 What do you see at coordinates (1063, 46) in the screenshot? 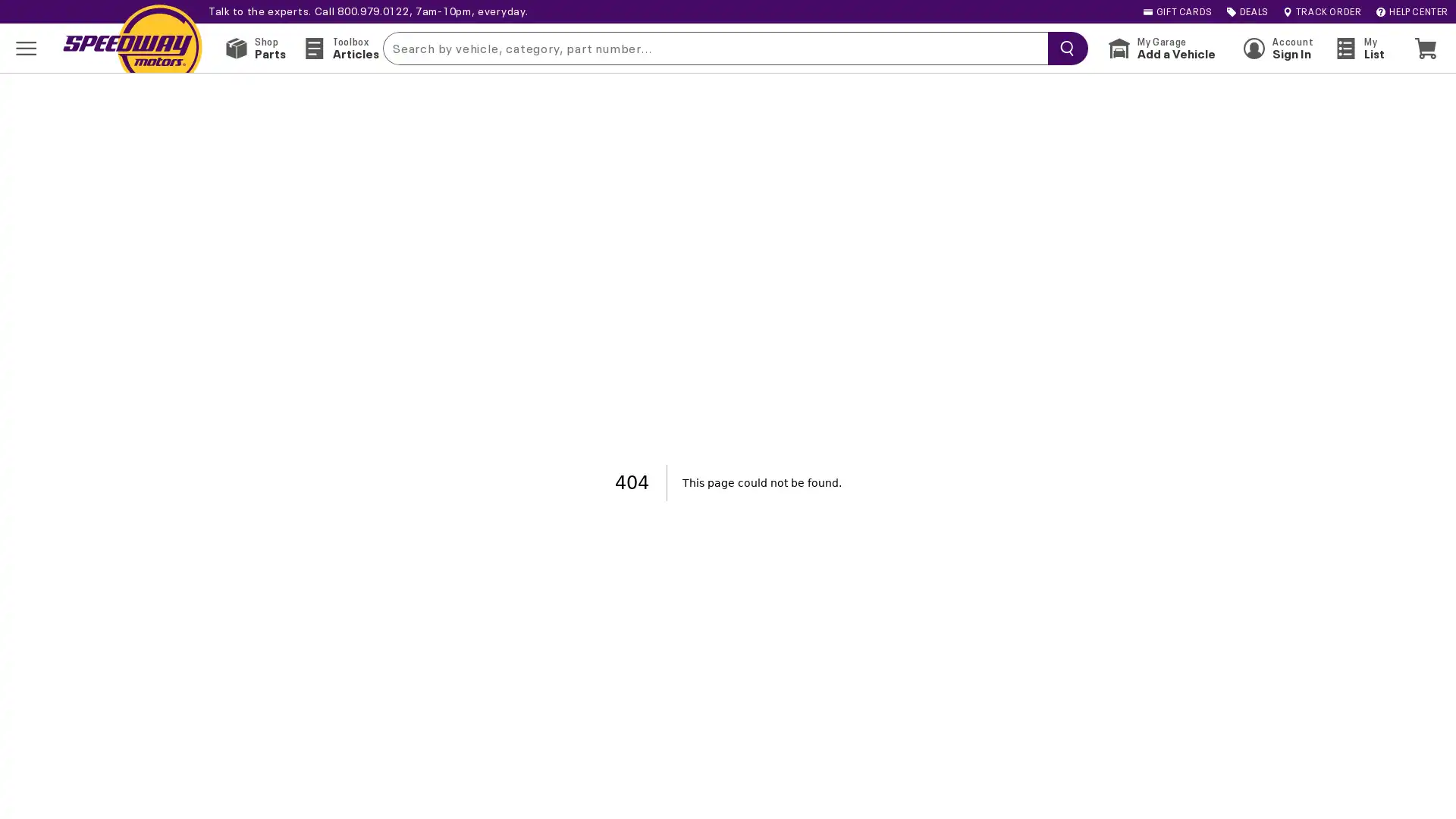
I see `searchButton` at bounding box center [1063, 46].